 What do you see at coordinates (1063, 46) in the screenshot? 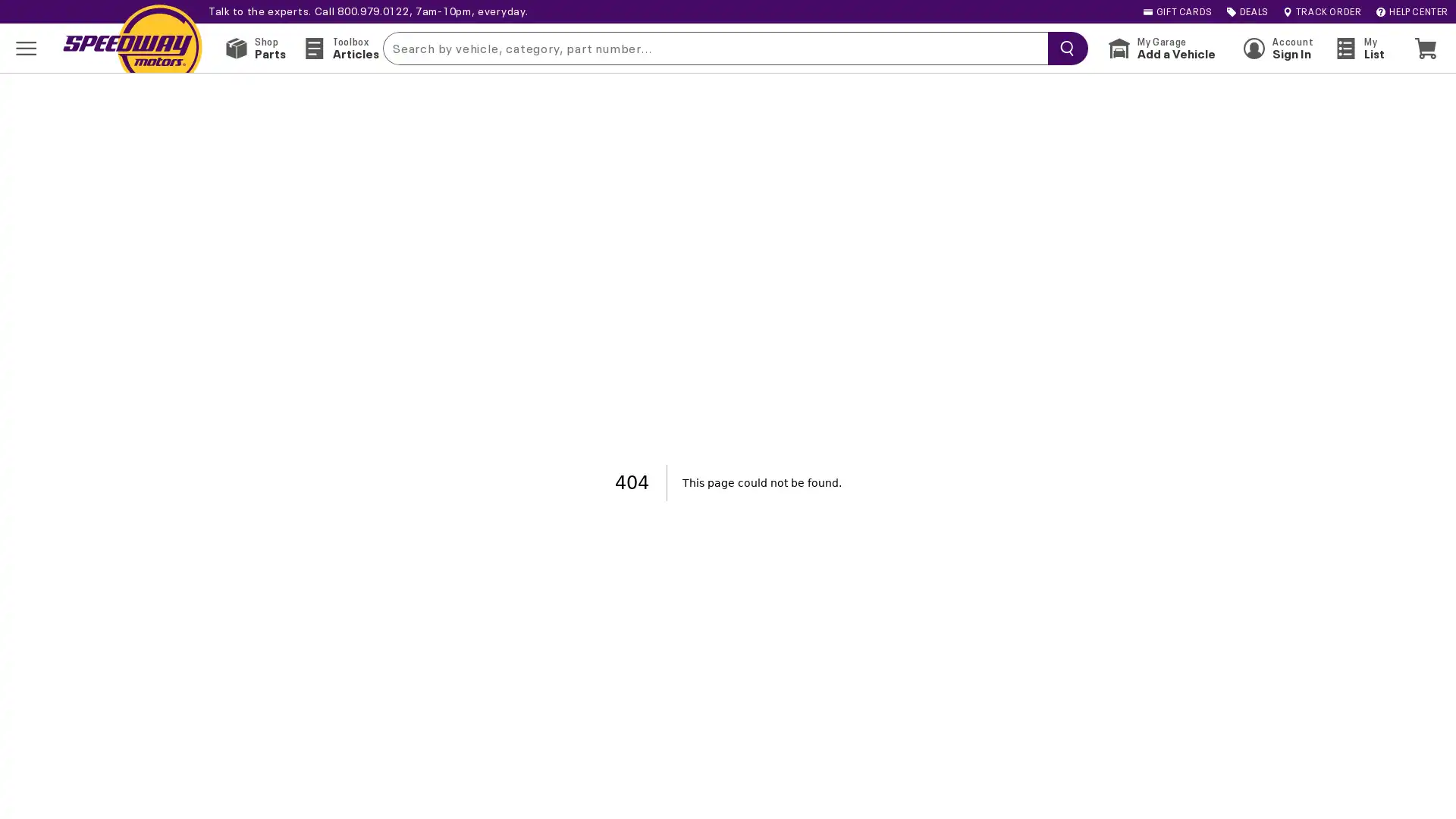
I see `searchButton` at bounding box center [1063, 46].